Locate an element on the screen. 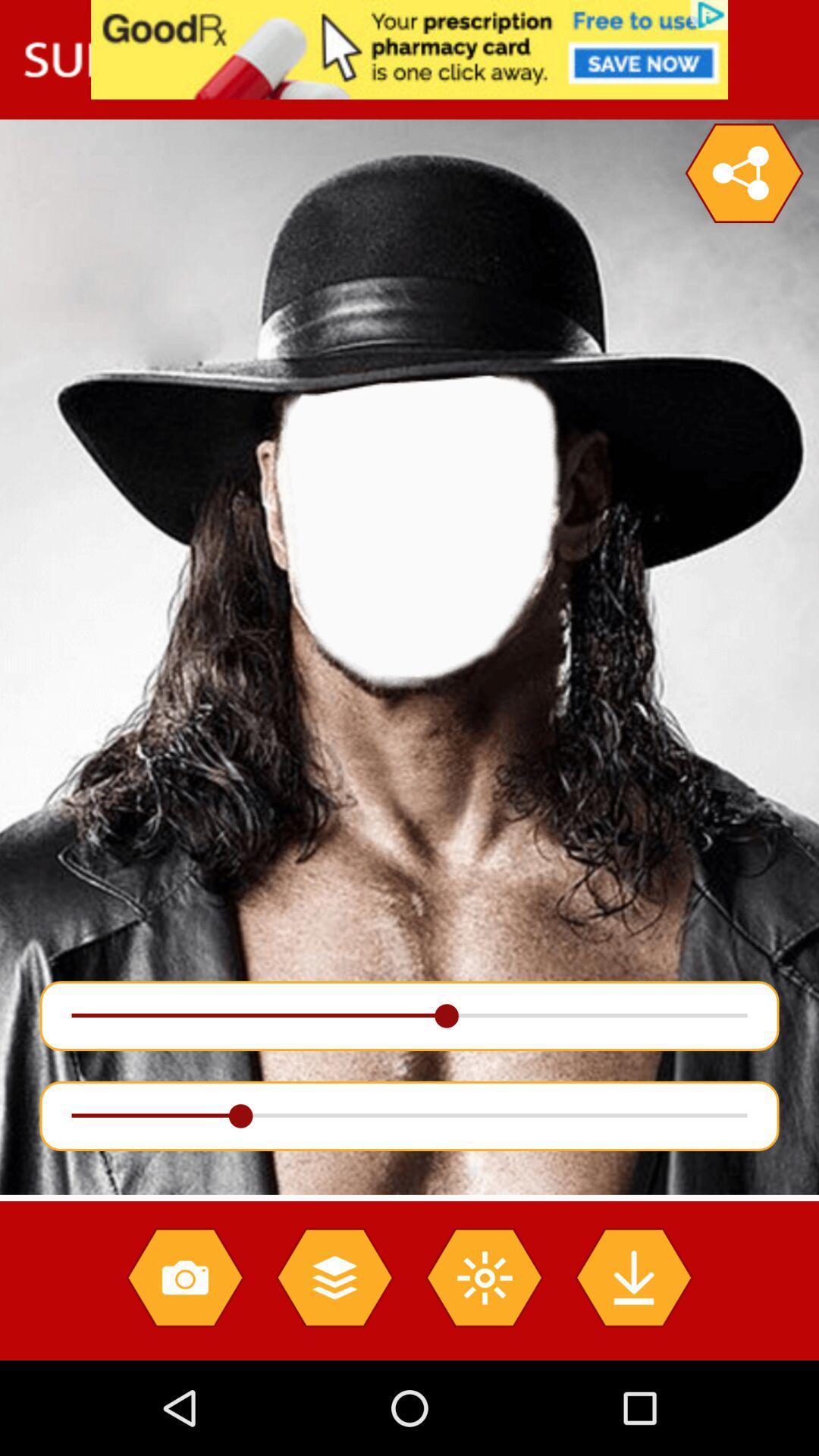 The image size is (819, 1456). camera icon is located at coordinates (184, 1276).